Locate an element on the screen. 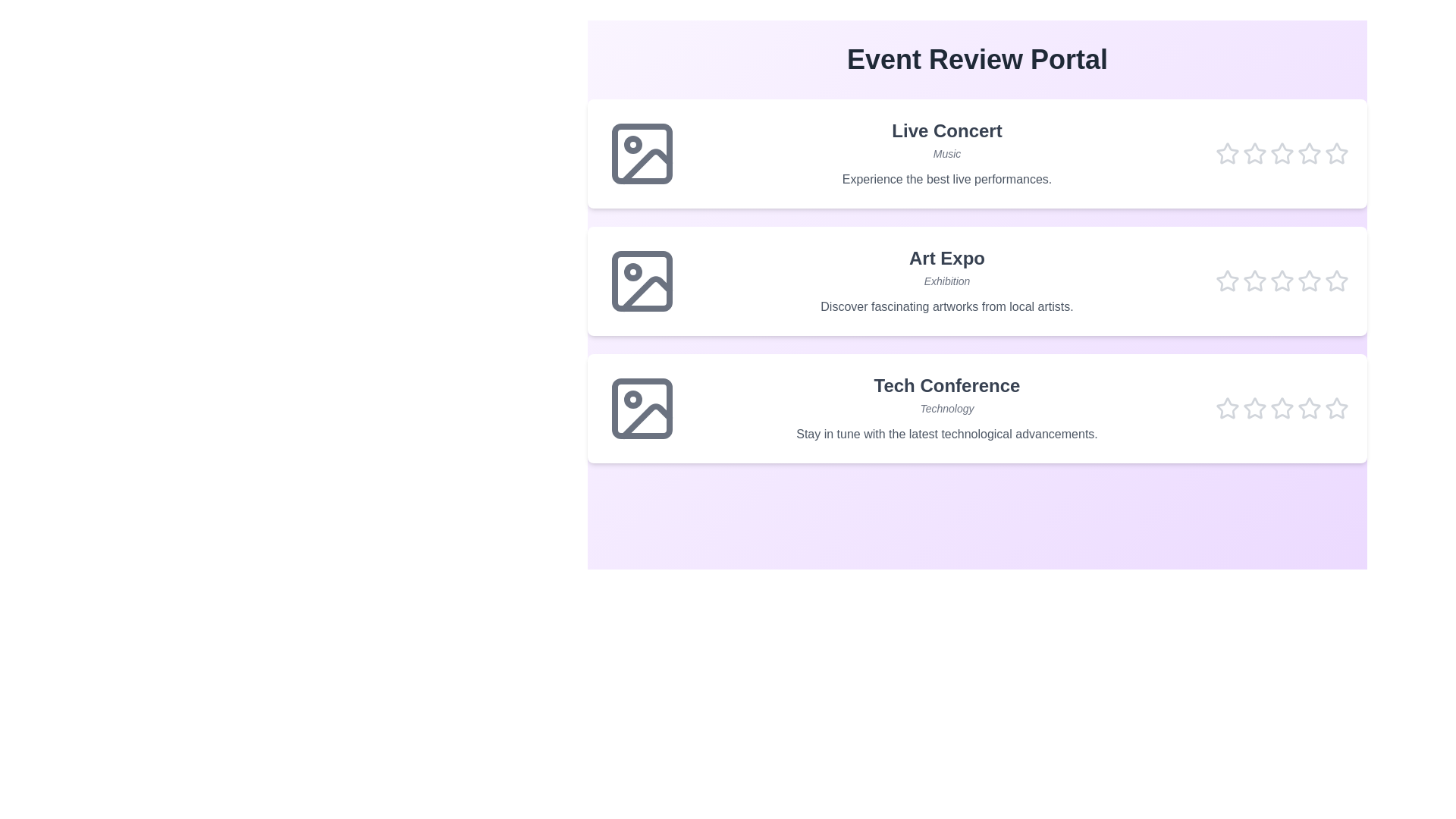 This screenshot has width=1456, height=819. the star corresponding to the rating 3 for the event Live Concert is located at coordinates (1281, 154).